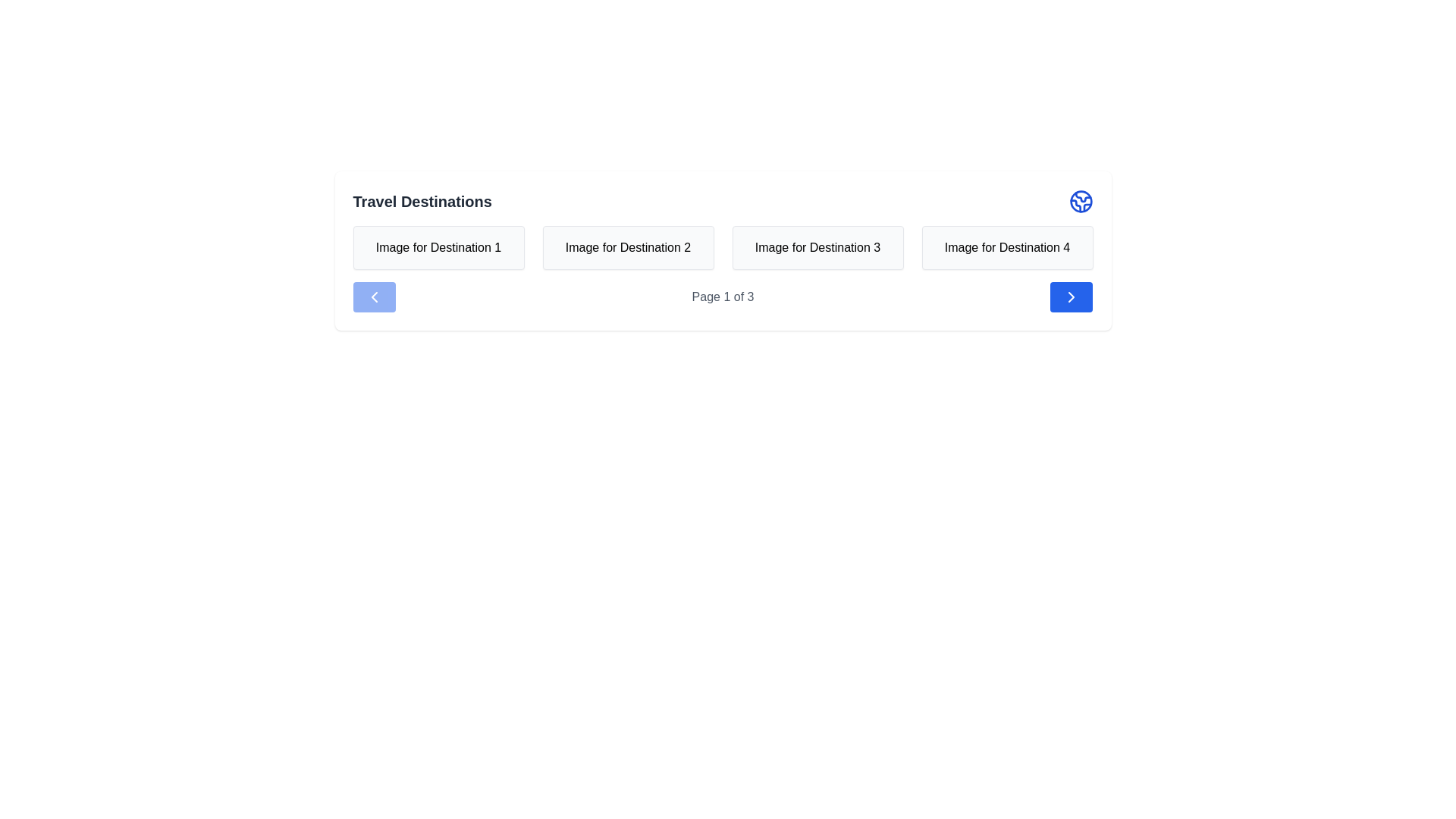 The height and width of the screenshot is (819, 1456). What do you see at coordinates (1071, 297) in the screenshot?
I see `the navigation button located at the rightmost section of the horizontal navigation bar to proceed to the next page` at bounding box center [1071, 297].